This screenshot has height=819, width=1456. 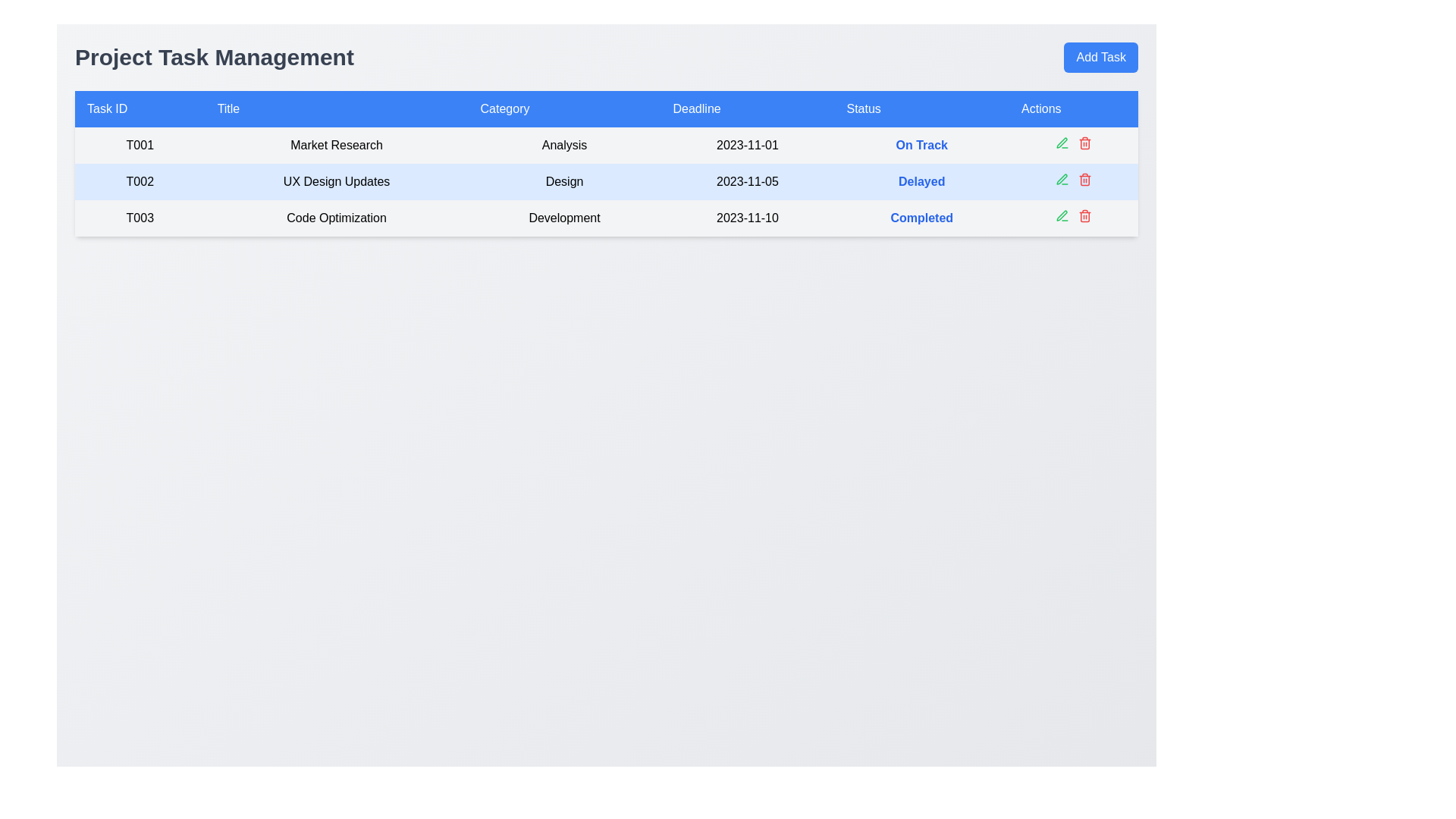 What do you see at coordinates (1073, 143) in the screenshot?
I see `the button group consisting of a green and a red icon located` at bounding box center [1073, 143].